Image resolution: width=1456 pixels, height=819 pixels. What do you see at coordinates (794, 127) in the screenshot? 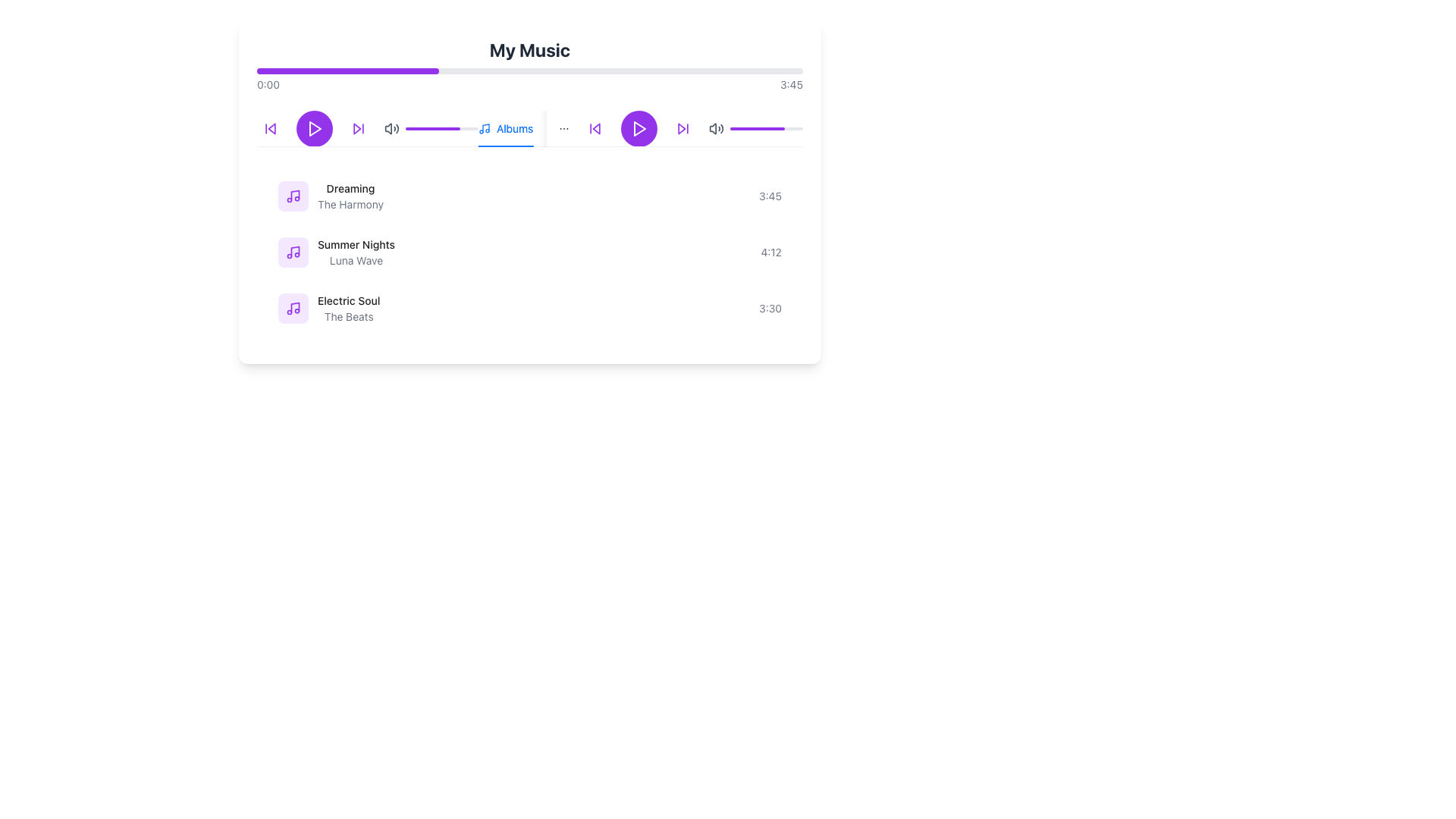
I see `volume` at bounding box center [794, 127].